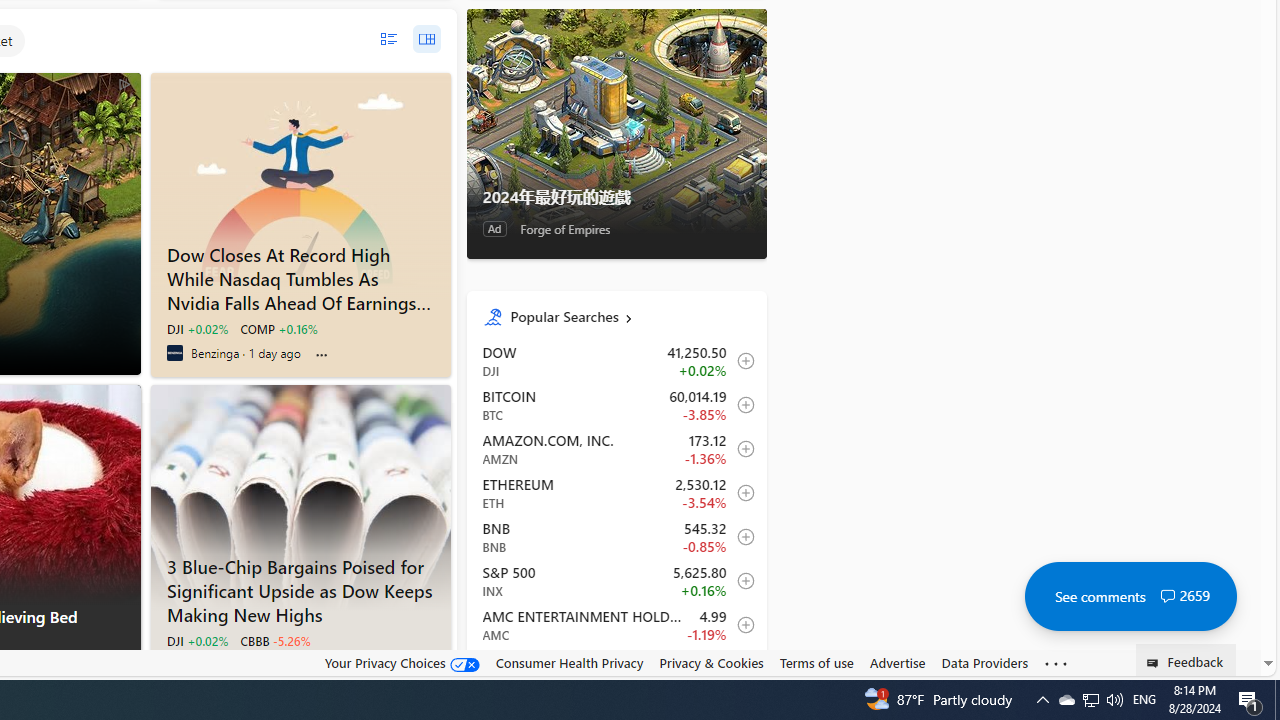 This screenshot has height=720, width=1280. Describe the element at coordinates (1156, 663) in the screenshot. I see `'Class: feedback_link_icon-DS-EntryPoint1-1'` at that location.